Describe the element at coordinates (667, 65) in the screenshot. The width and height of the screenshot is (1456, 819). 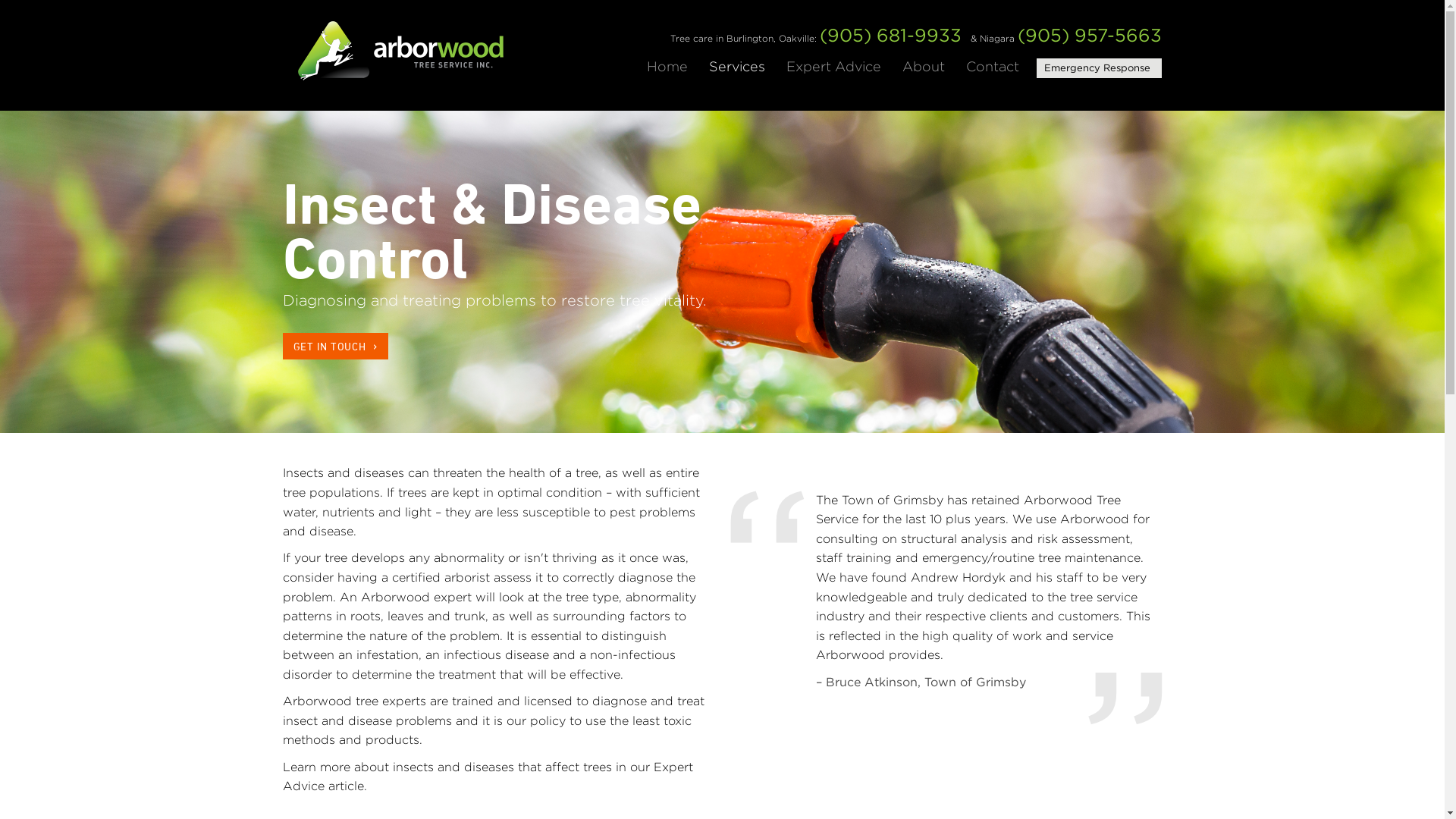
I see `'Home'` at that location.